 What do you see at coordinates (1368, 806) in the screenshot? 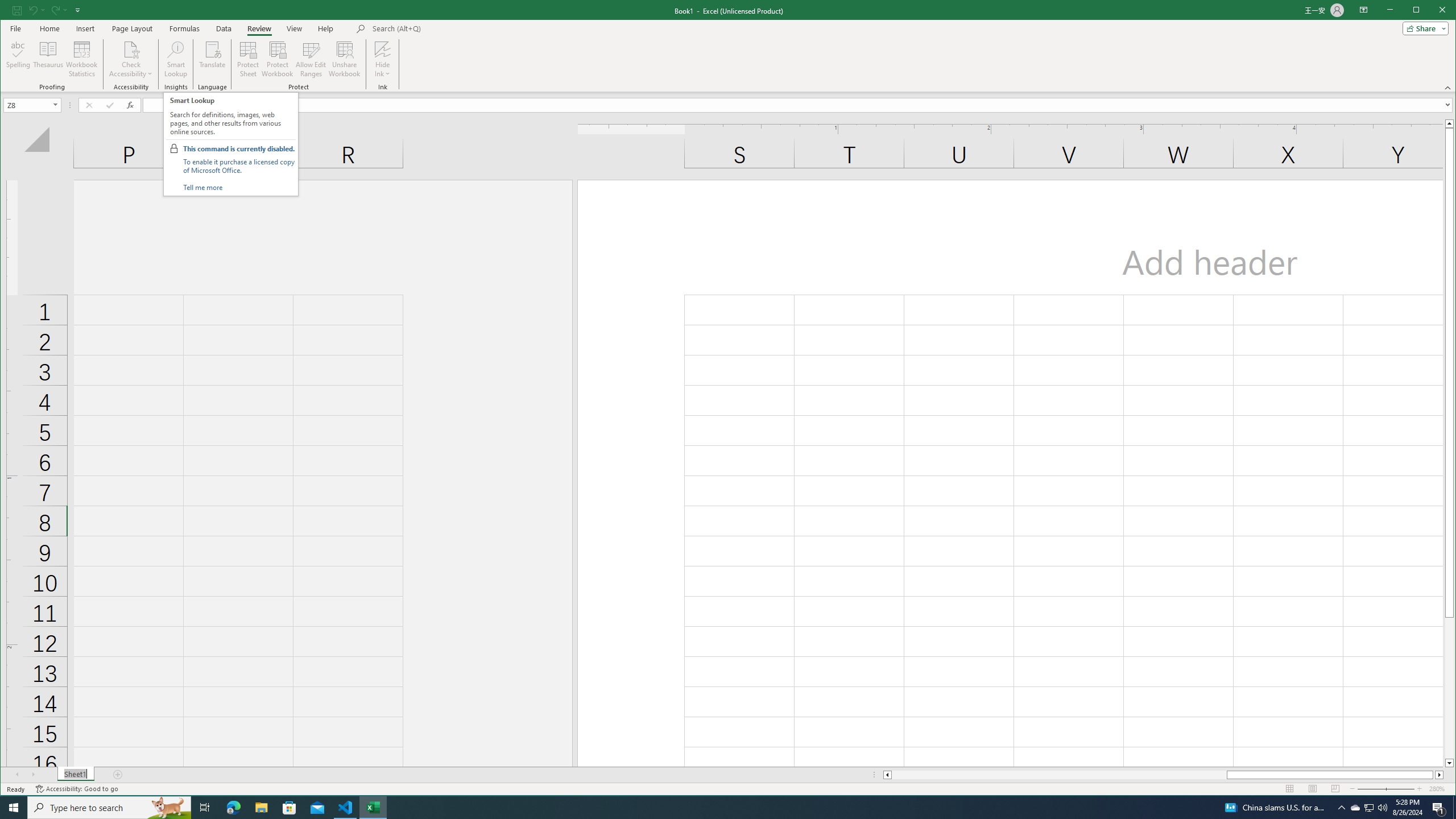
I see `'User Promoted Notification Area'` at bounding box center [1368, 806].